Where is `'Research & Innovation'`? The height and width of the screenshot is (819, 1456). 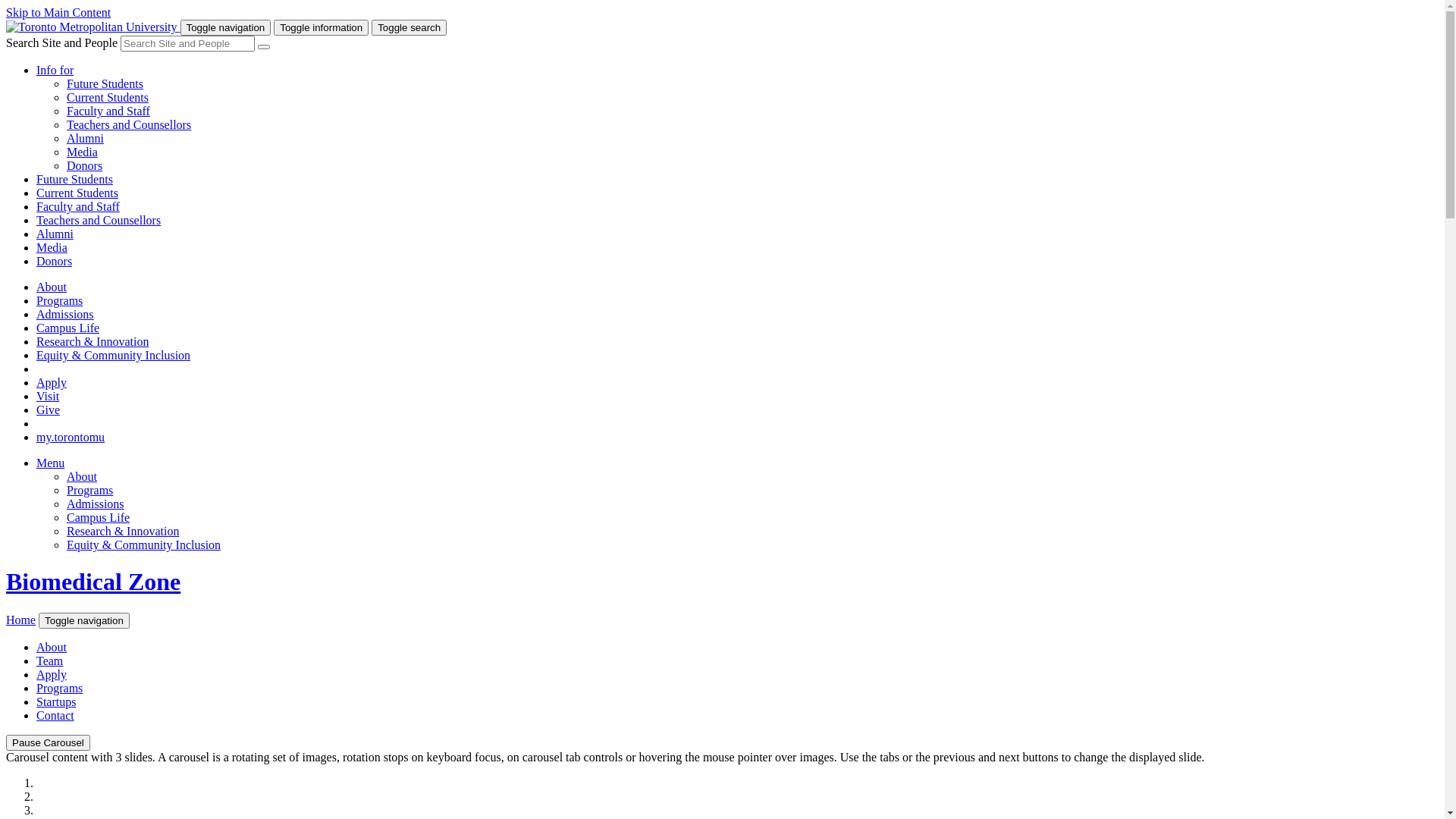 'Research & Innovation' is located at coordinates (123, 530).